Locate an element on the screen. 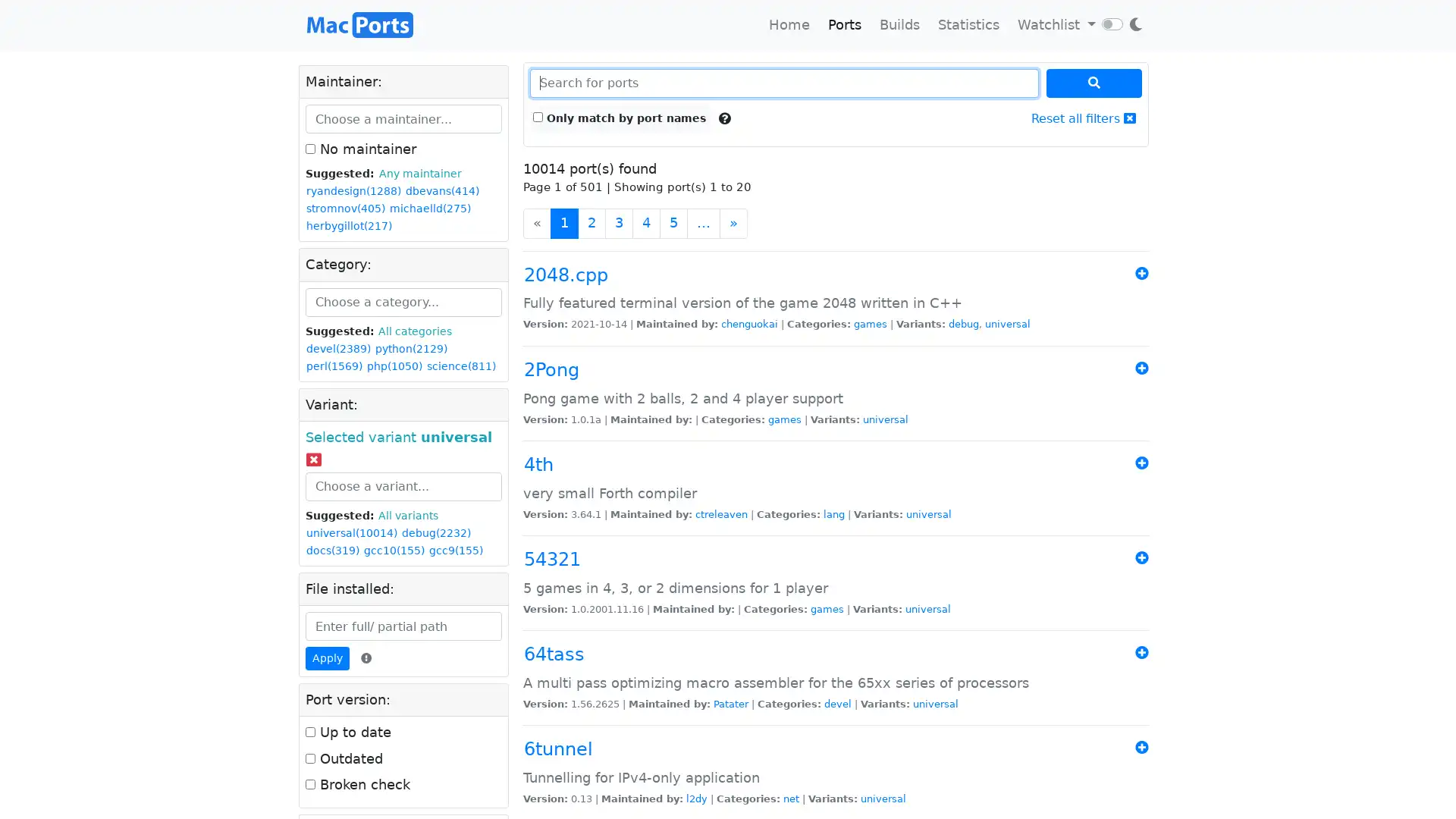 Image resolution: width=1456 pixels, height=819 pixels. ryandesign(1288) is located at coordinates (353, 190).